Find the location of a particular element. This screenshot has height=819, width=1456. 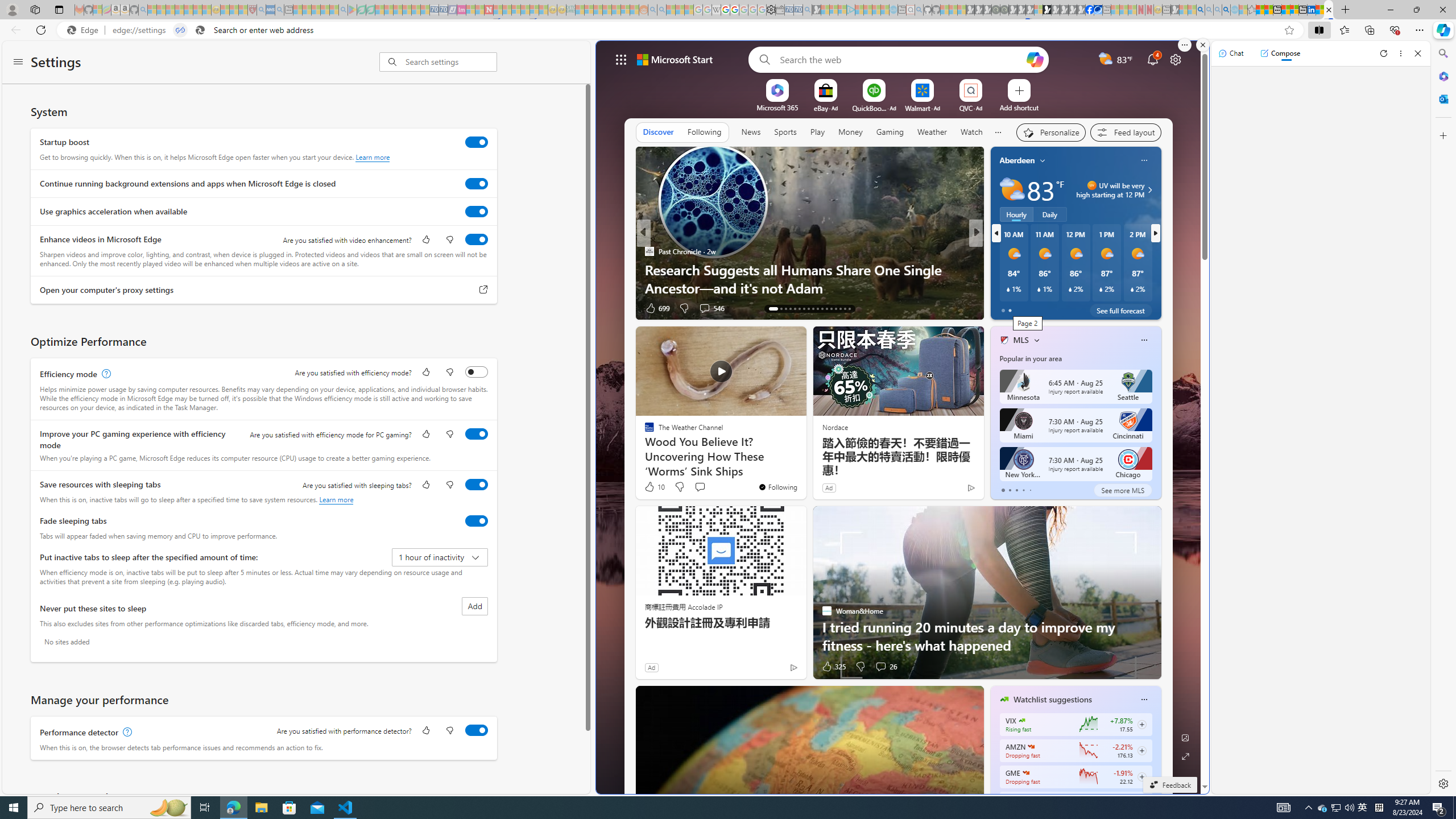

'tab-3' is located at coordinates (1022, 490).